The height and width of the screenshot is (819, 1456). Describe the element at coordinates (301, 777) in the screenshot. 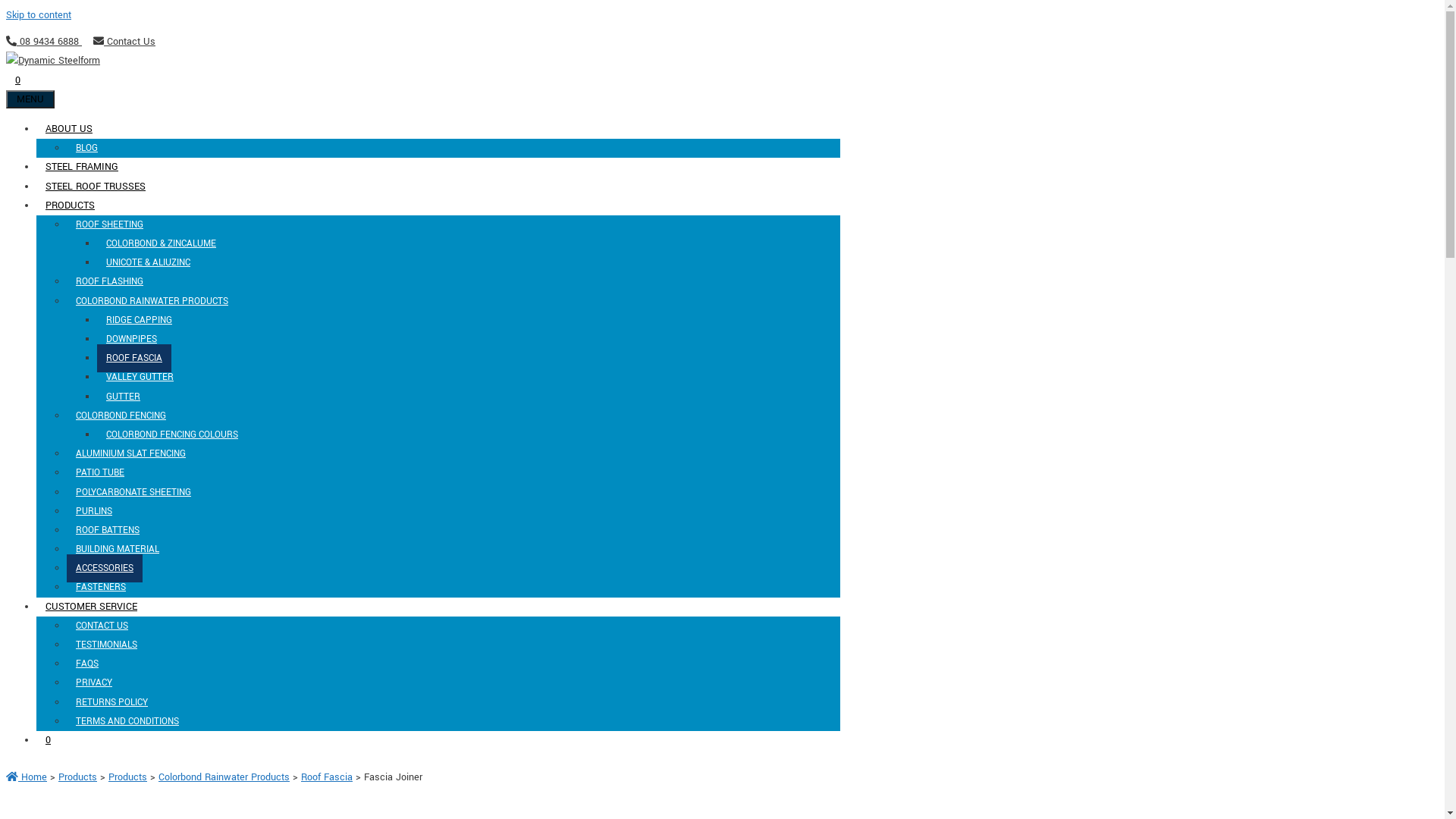

I see `'Roof Fascia'` at that location.